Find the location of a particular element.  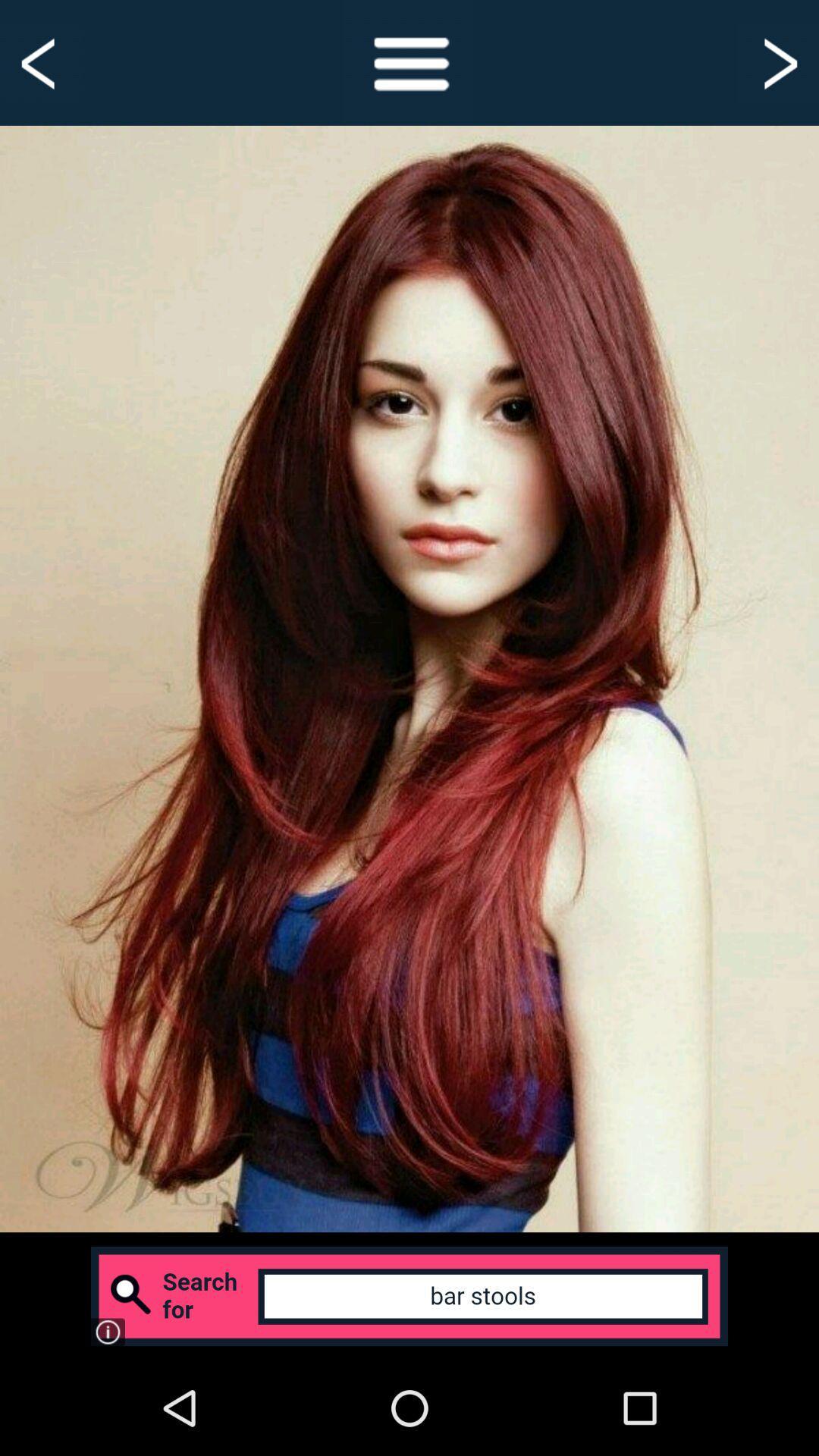

see more photos is located at coordinates (778, 61).